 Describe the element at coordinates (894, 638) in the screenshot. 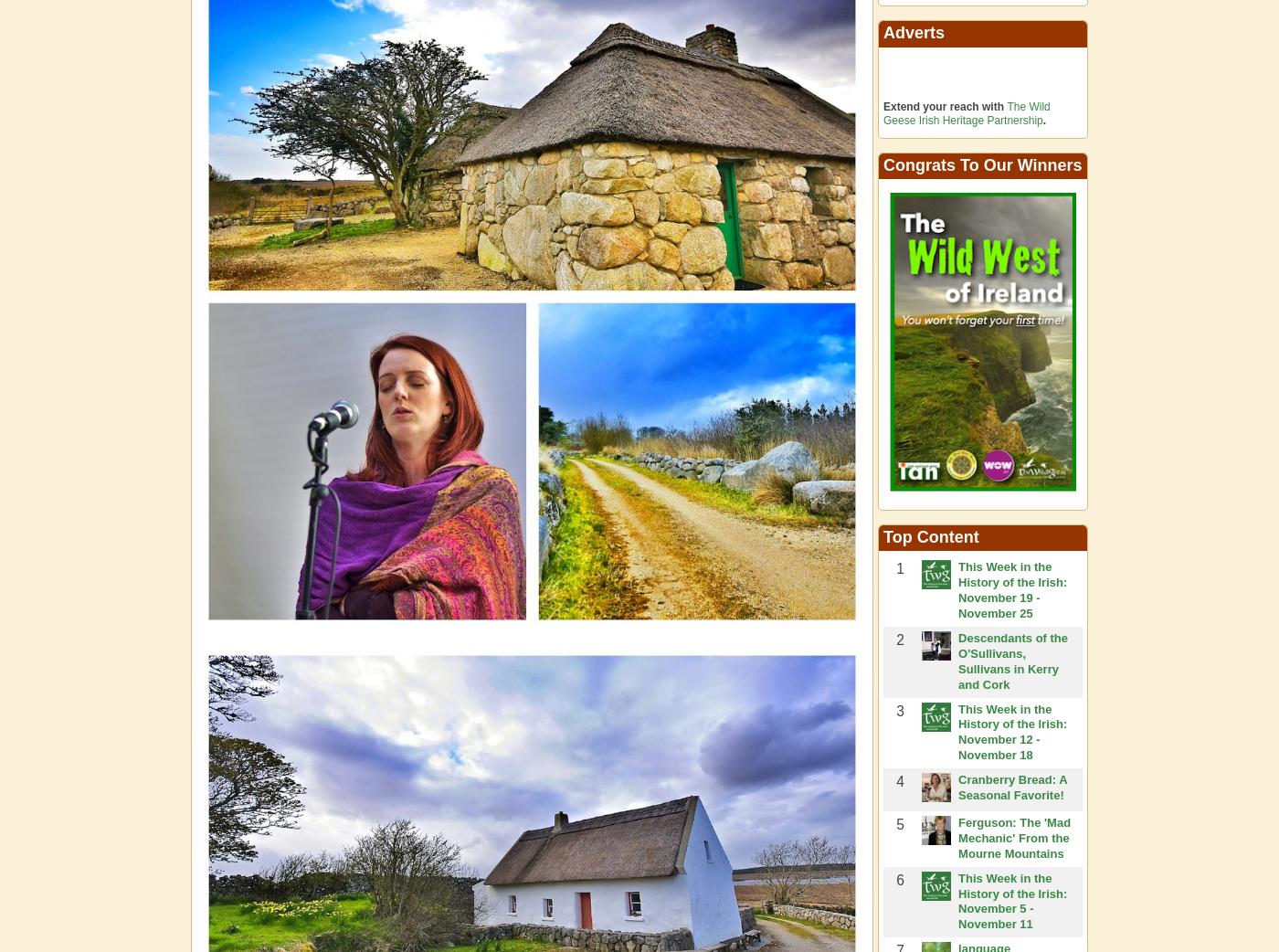

I see `'2'` at that location.